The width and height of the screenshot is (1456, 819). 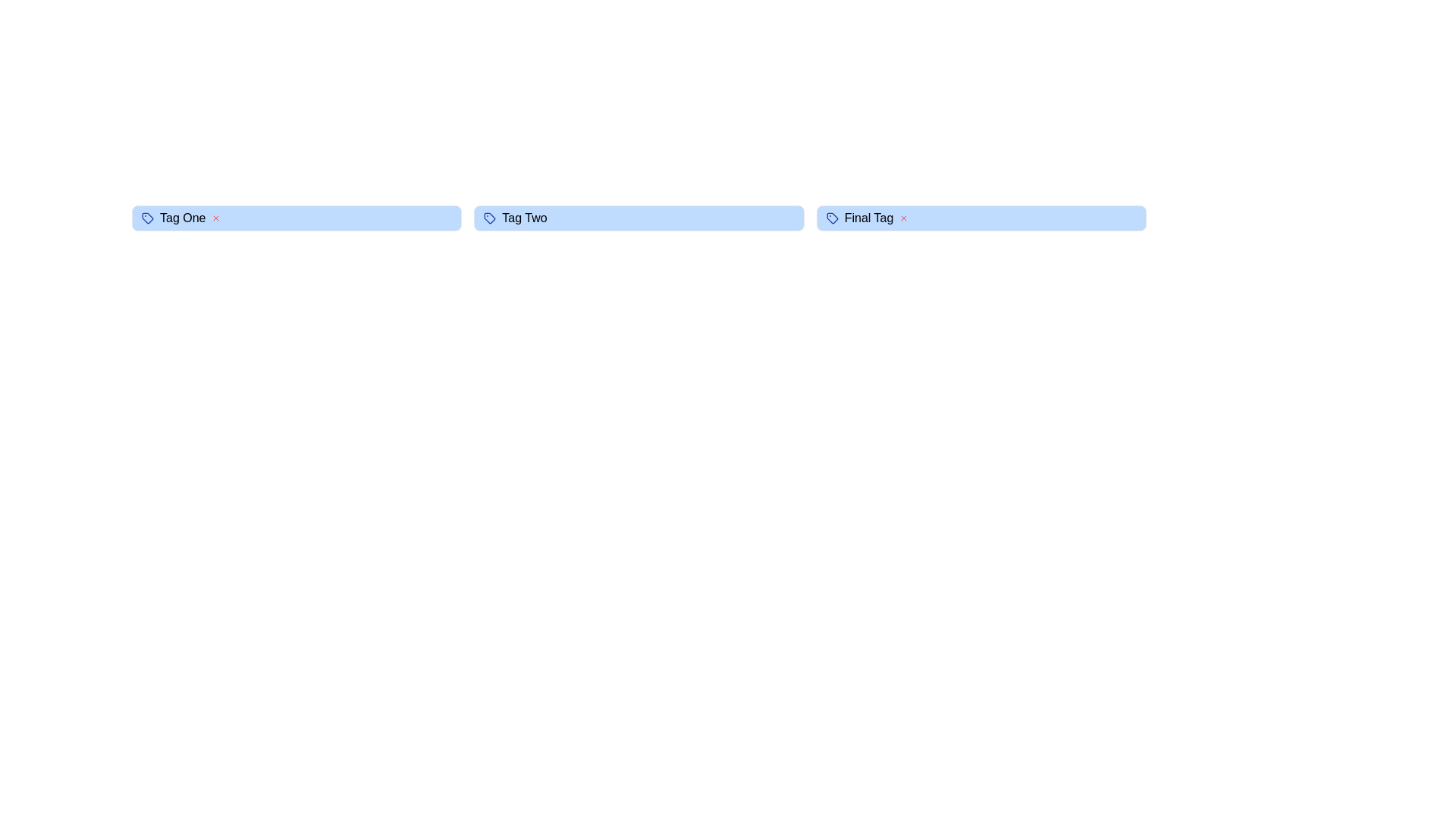 I want to click on the text label displaying 'Tag One', which is a bold text within a light blue rounded rectangle background, positioned to the left of a tag icon and before a small 'x' icon, so click(x=182, y=218).